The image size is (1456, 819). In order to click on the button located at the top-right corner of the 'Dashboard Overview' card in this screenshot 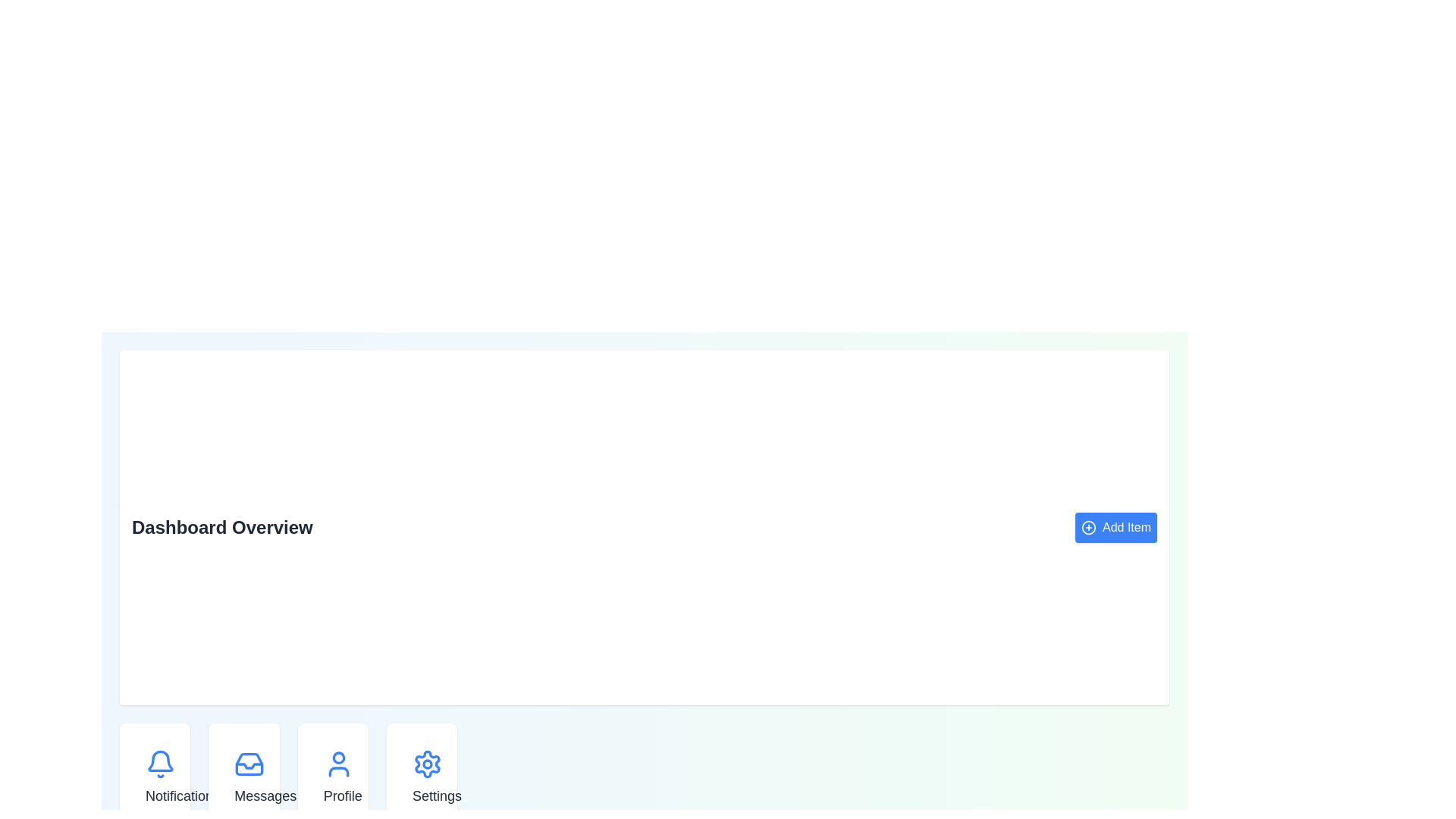, I will do `click(1116, 526)`.